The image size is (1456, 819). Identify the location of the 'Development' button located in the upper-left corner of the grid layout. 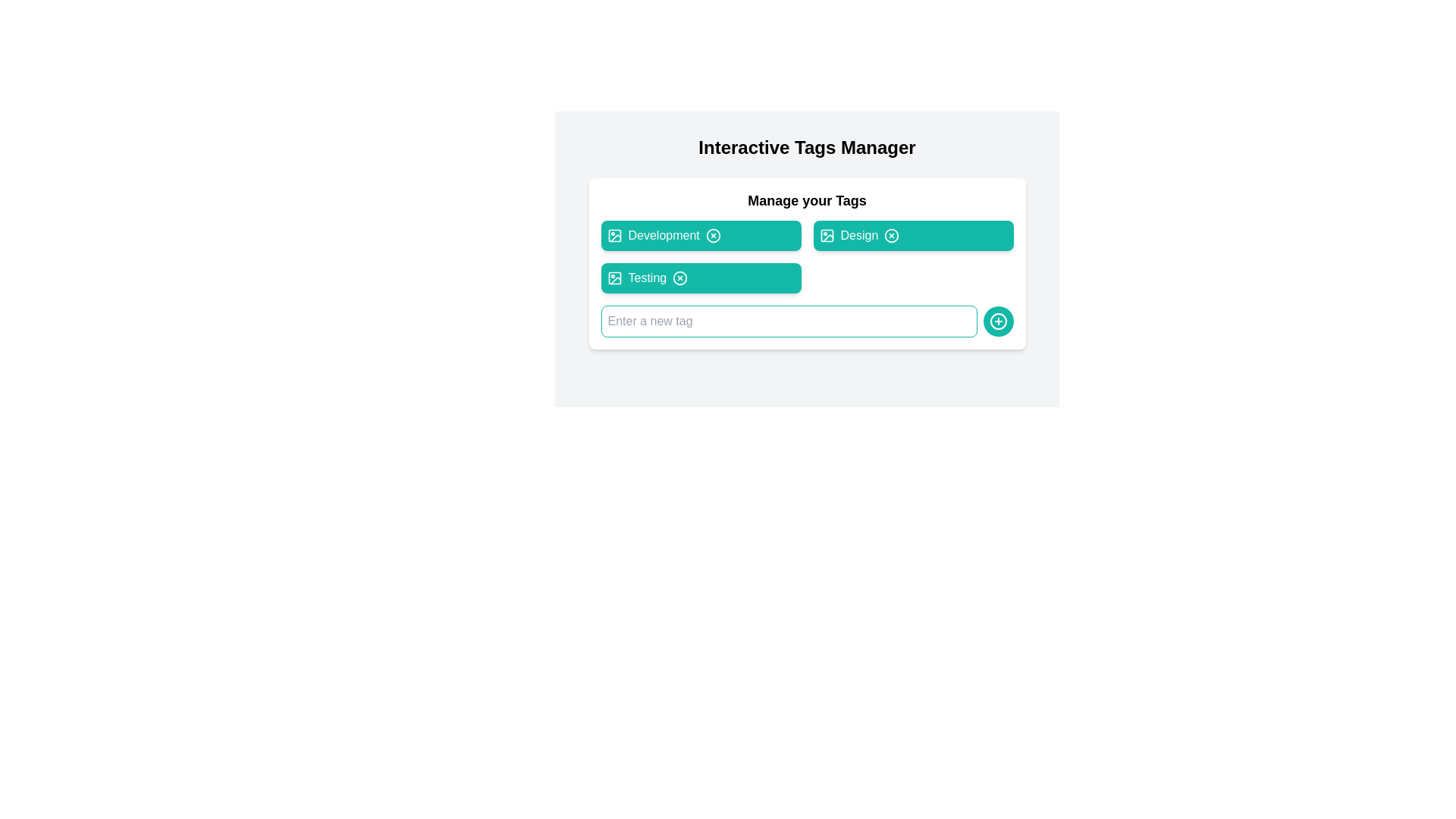
(700, 236).